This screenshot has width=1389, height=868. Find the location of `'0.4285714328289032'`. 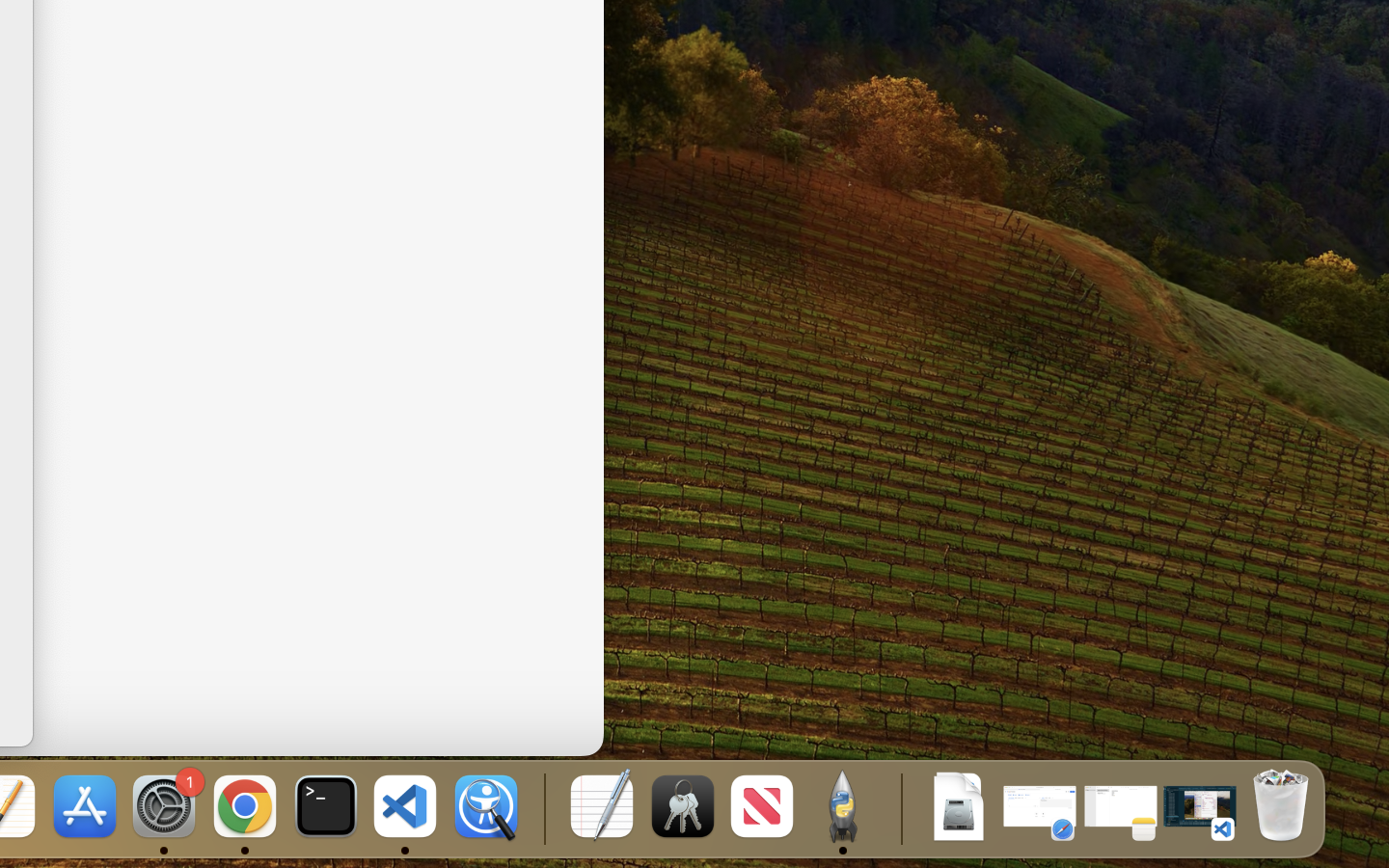

'0.4285714328289032' is located at coordinates (542, 807).